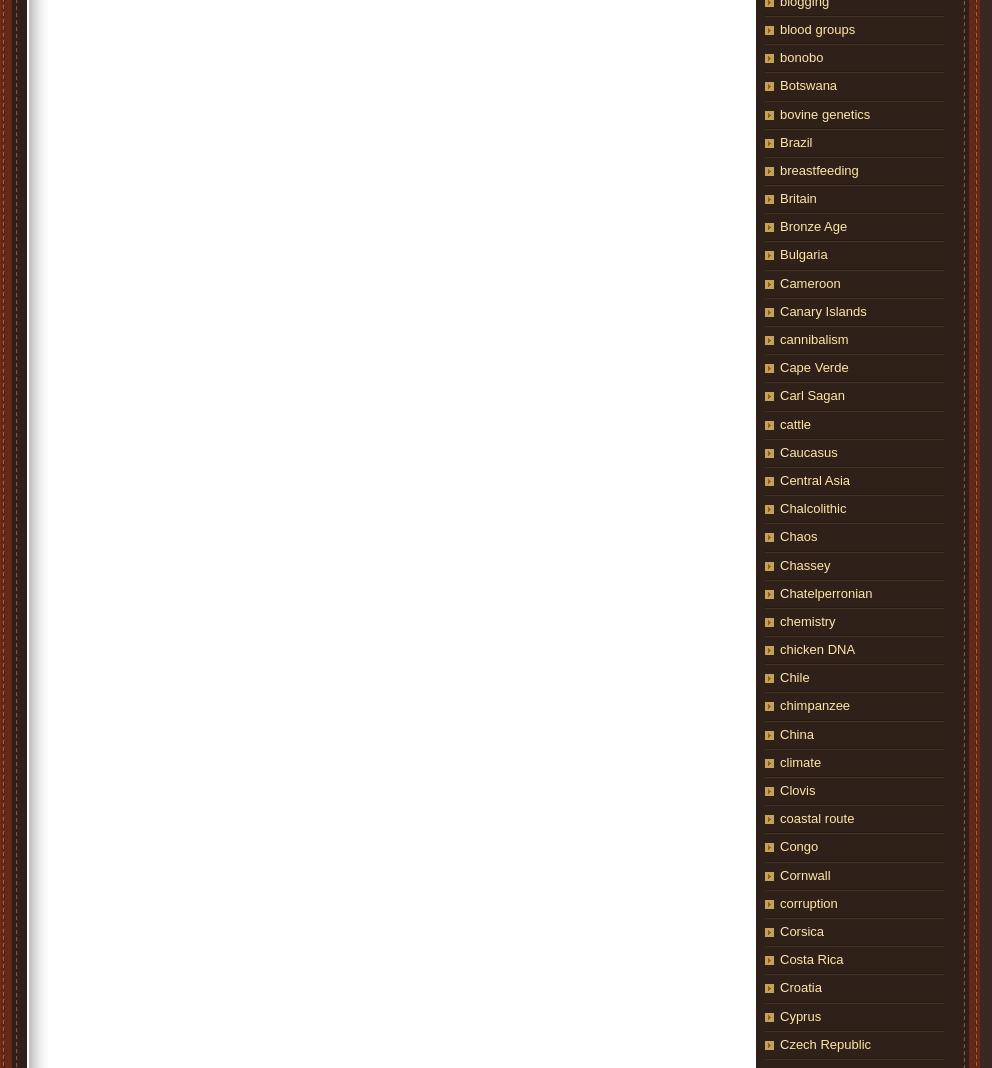 The height and width of the screenshot is (1068, 992). I want to click on 'Croatia', so click(800, 987).